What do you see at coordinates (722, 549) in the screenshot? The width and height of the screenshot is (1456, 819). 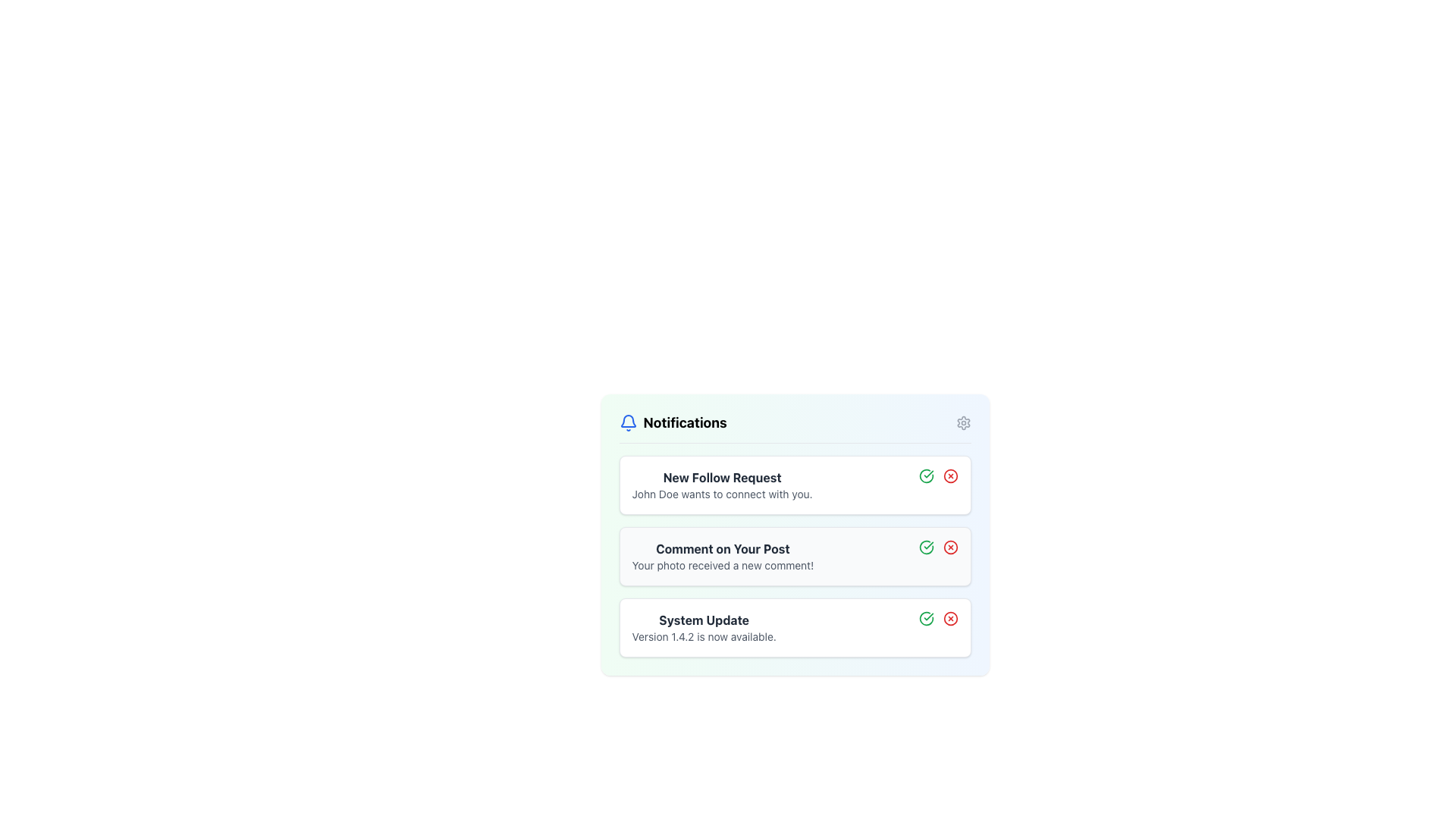 I see `the Text Label that serves as the title of the notification, positioned above the text 'Your photo received a new comment!' within the notification card` at bounding box center [722, 549].